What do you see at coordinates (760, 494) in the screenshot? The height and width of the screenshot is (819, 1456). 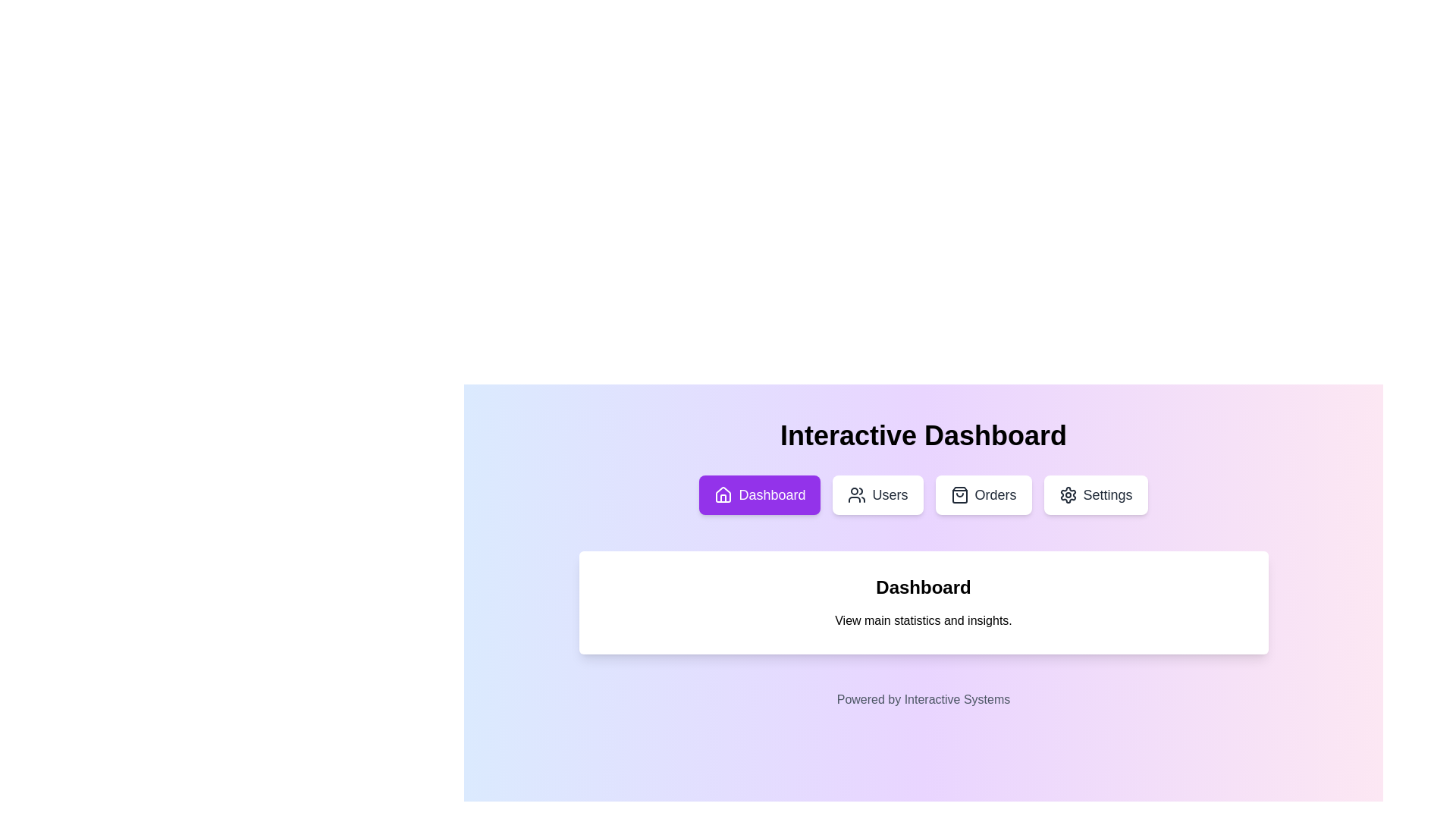 I see `the first button in the navigation bar to observe the scaling animation` at bounding box center [760, 494].